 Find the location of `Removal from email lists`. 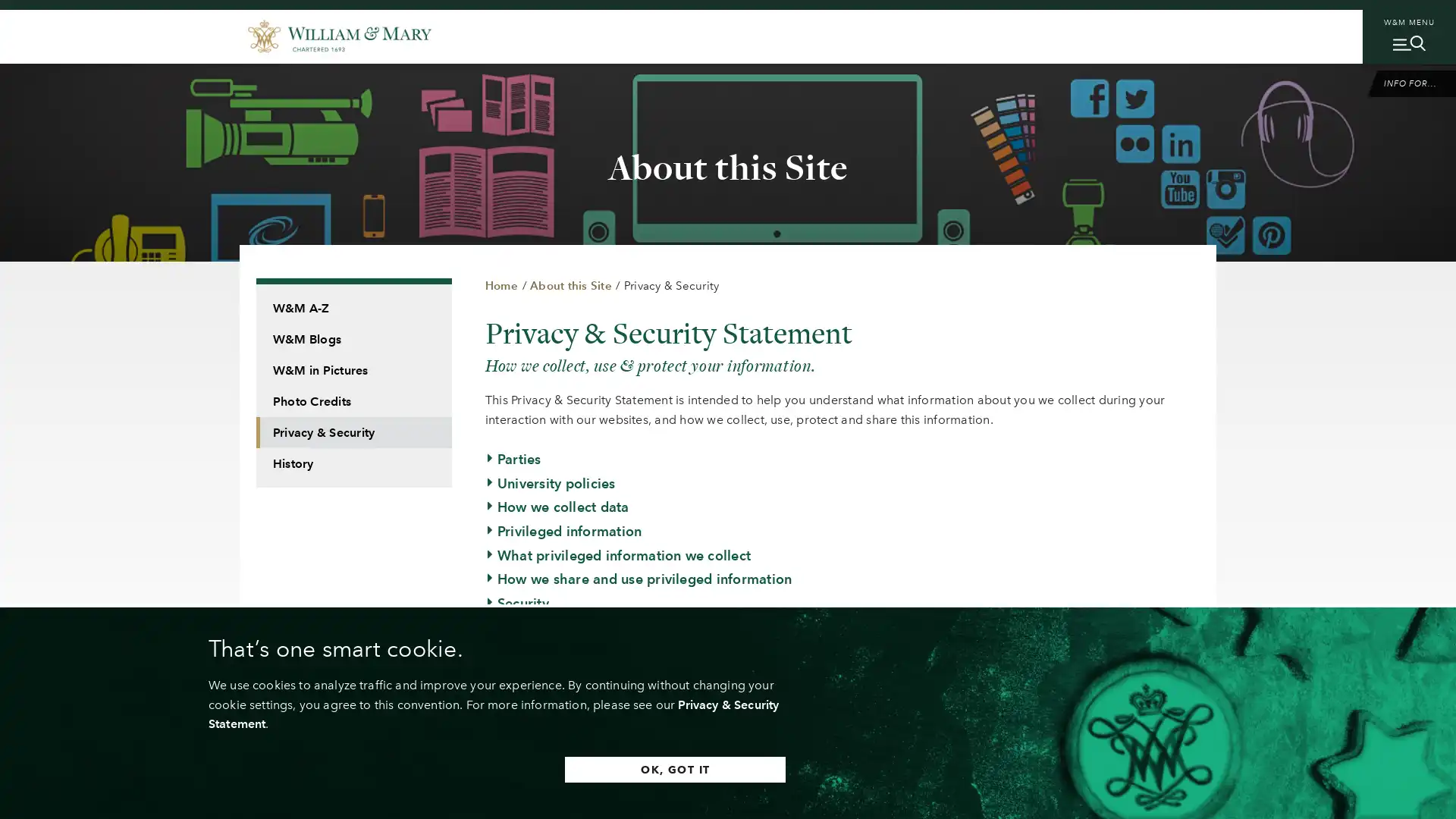

Removal from email lists is located at coordinates (570, 651).